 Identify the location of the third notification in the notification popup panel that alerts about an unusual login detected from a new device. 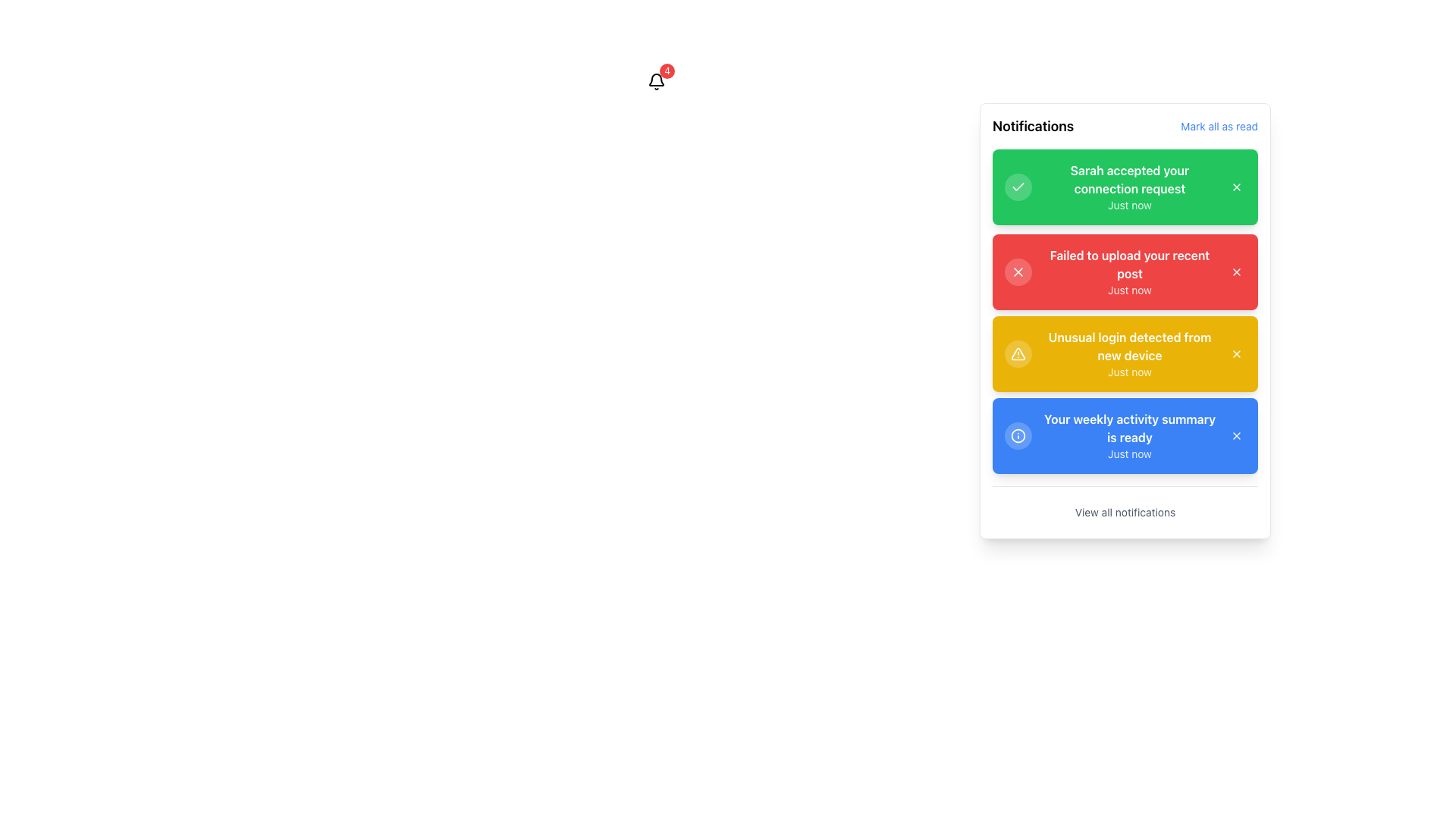
(1129, 353).